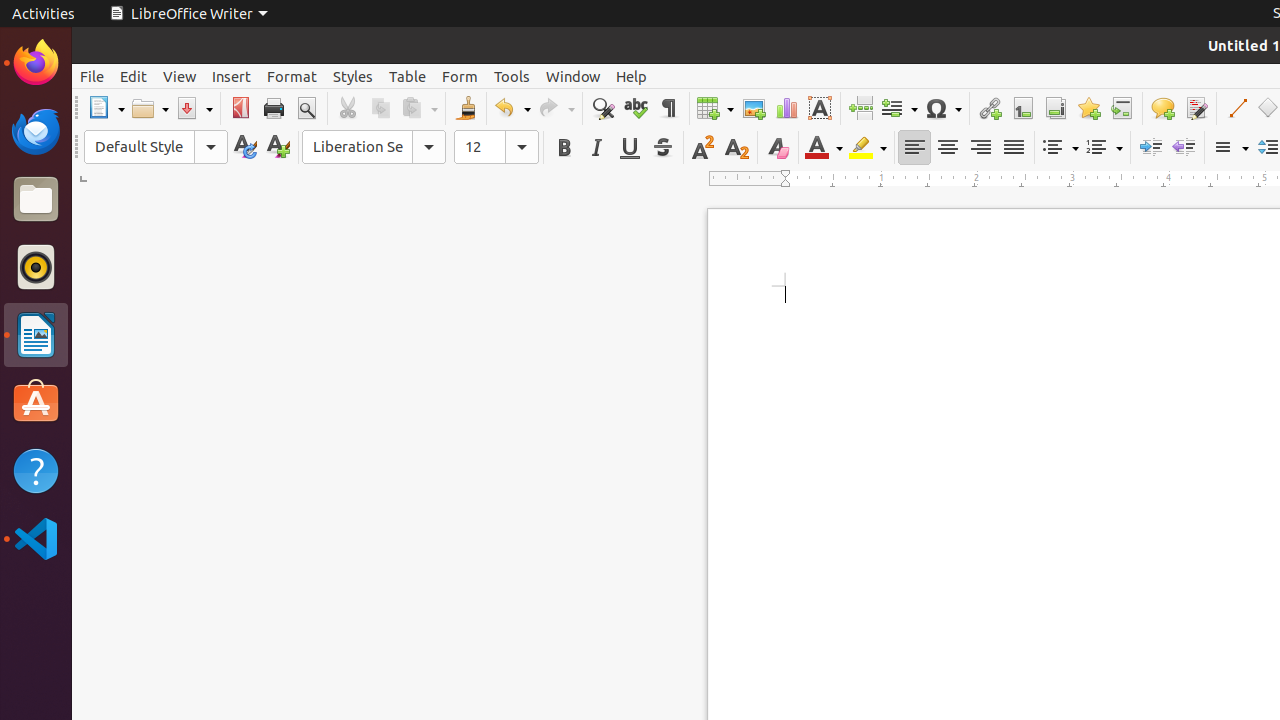 The image size is (1280, 720). What do you see at coordinates (1013, 146) in the screenshot?
I see `'Justified'` at bounding box center [1013, 146].